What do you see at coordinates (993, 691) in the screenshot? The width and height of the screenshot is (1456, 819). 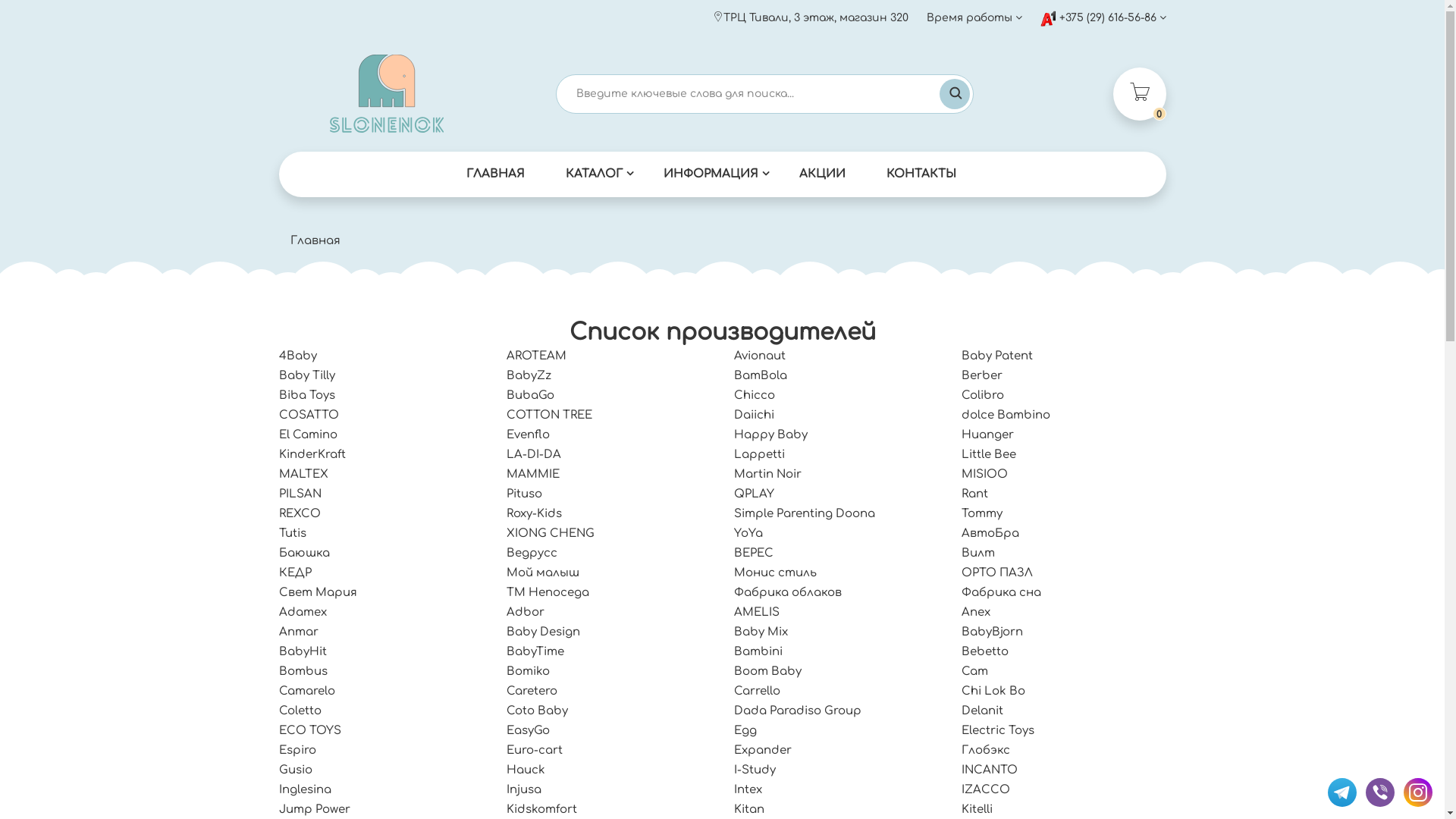 I see `'Chi Lok Bo'` at bounding box center [993, 691].